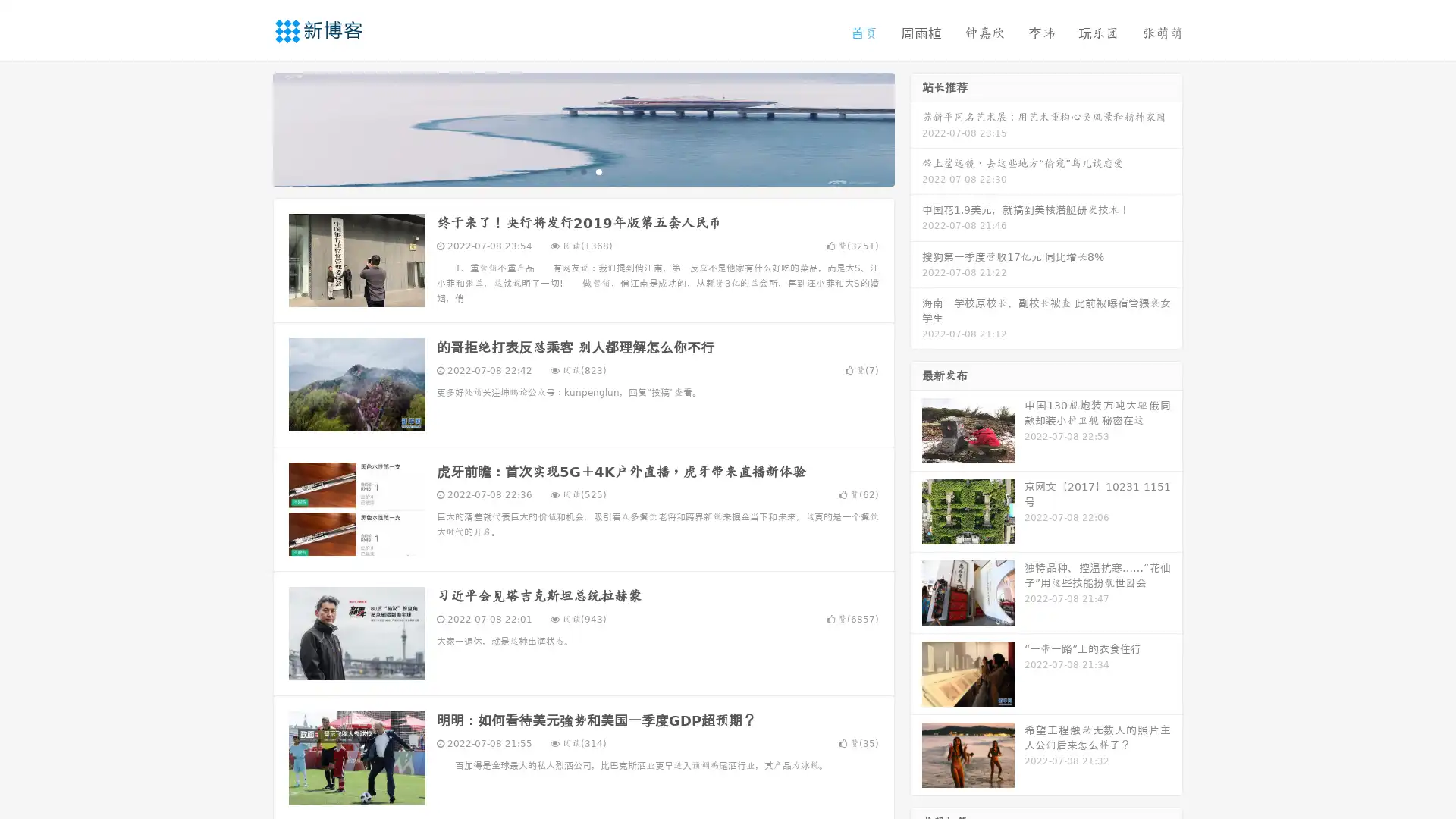 The height and width of the screenshot is (819, 1456). I want to click on Previous slide, so click(250, 127).